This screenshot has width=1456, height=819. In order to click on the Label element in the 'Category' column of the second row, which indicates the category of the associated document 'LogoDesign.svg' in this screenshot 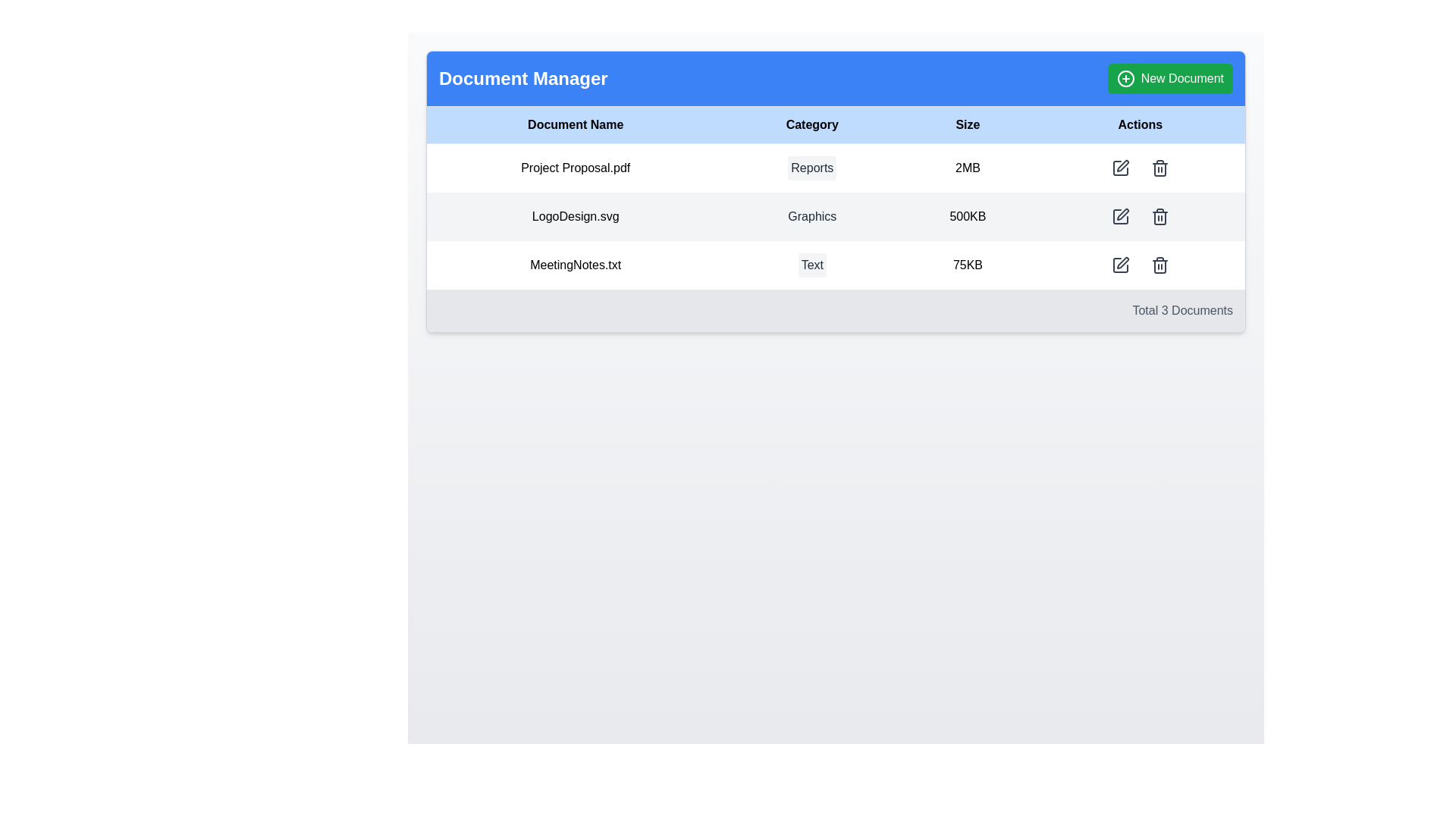, I will do `click(811, 216)`.